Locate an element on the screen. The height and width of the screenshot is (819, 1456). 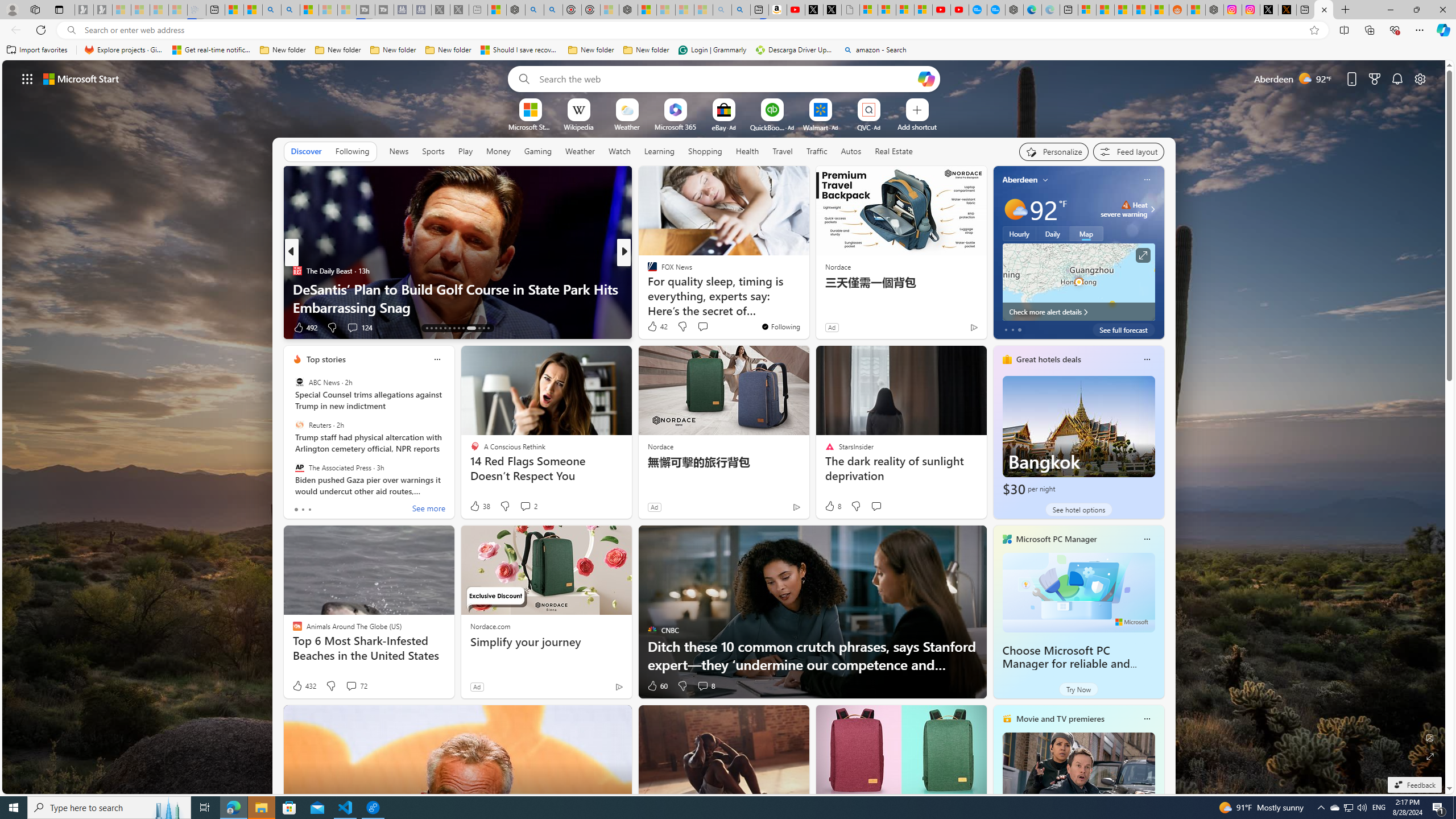
'AutomationID: tab-19' is located at coordinates (454, 328).